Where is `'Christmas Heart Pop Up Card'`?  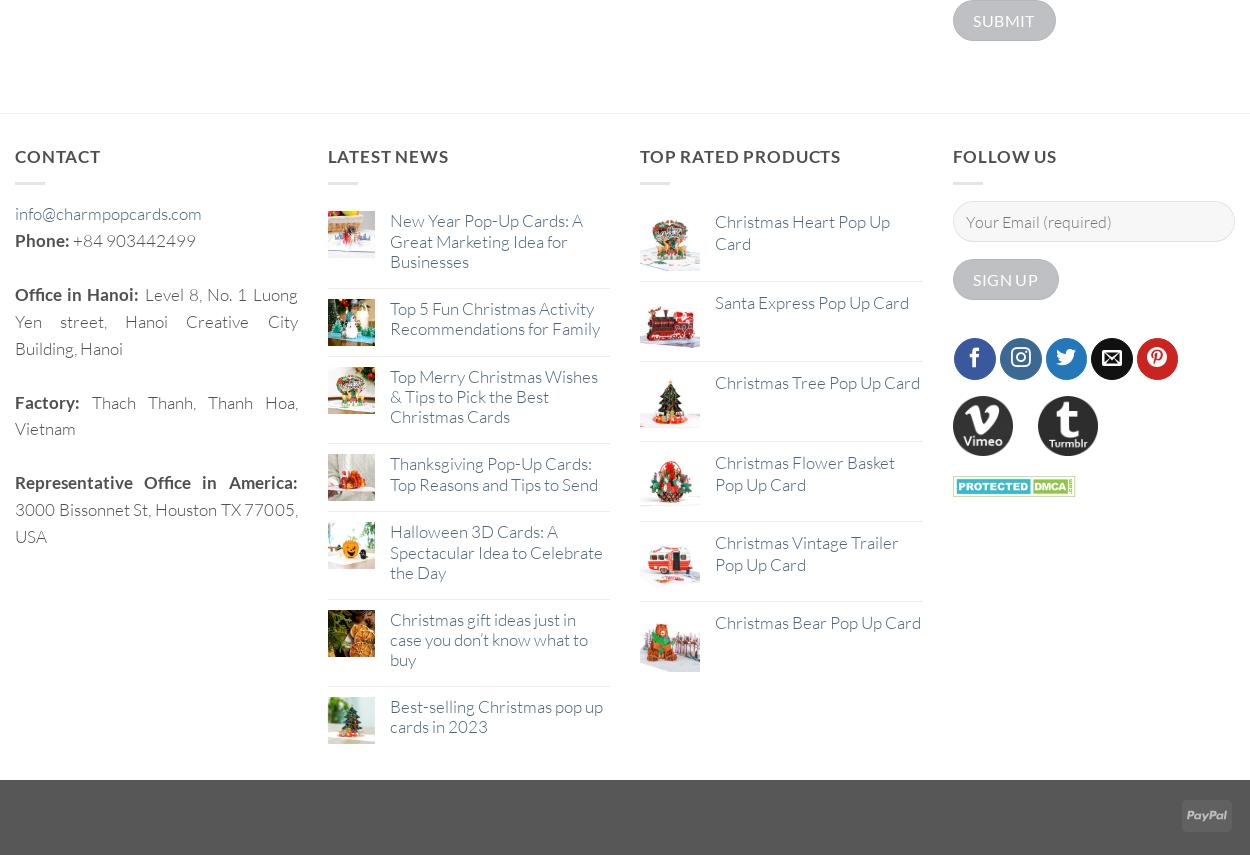 'Christmas Heart Pop Up Card' is located at coordinates (802, 231).